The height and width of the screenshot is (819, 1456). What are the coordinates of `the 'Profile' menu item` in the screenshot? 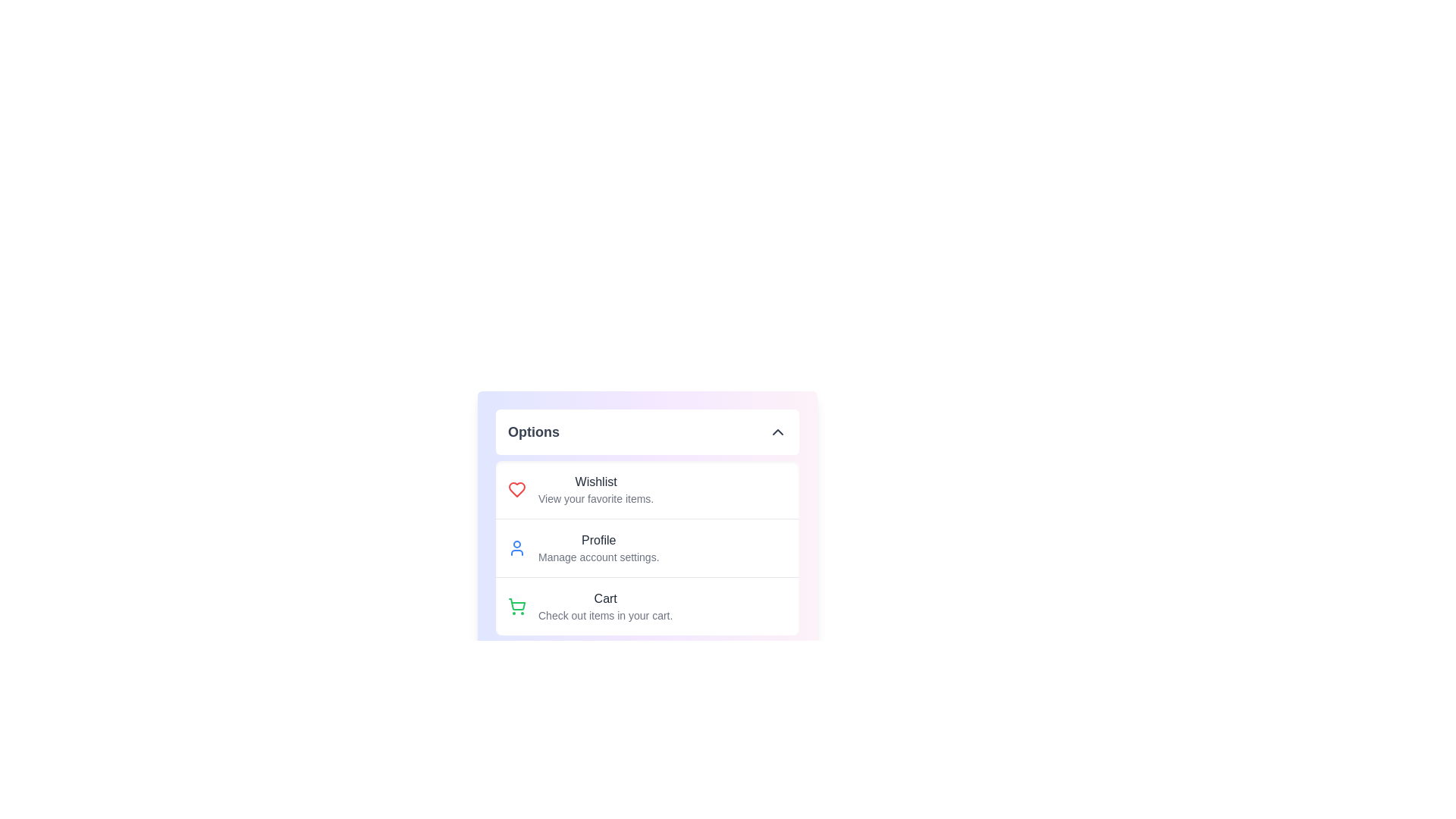 It's located at (597, 548).